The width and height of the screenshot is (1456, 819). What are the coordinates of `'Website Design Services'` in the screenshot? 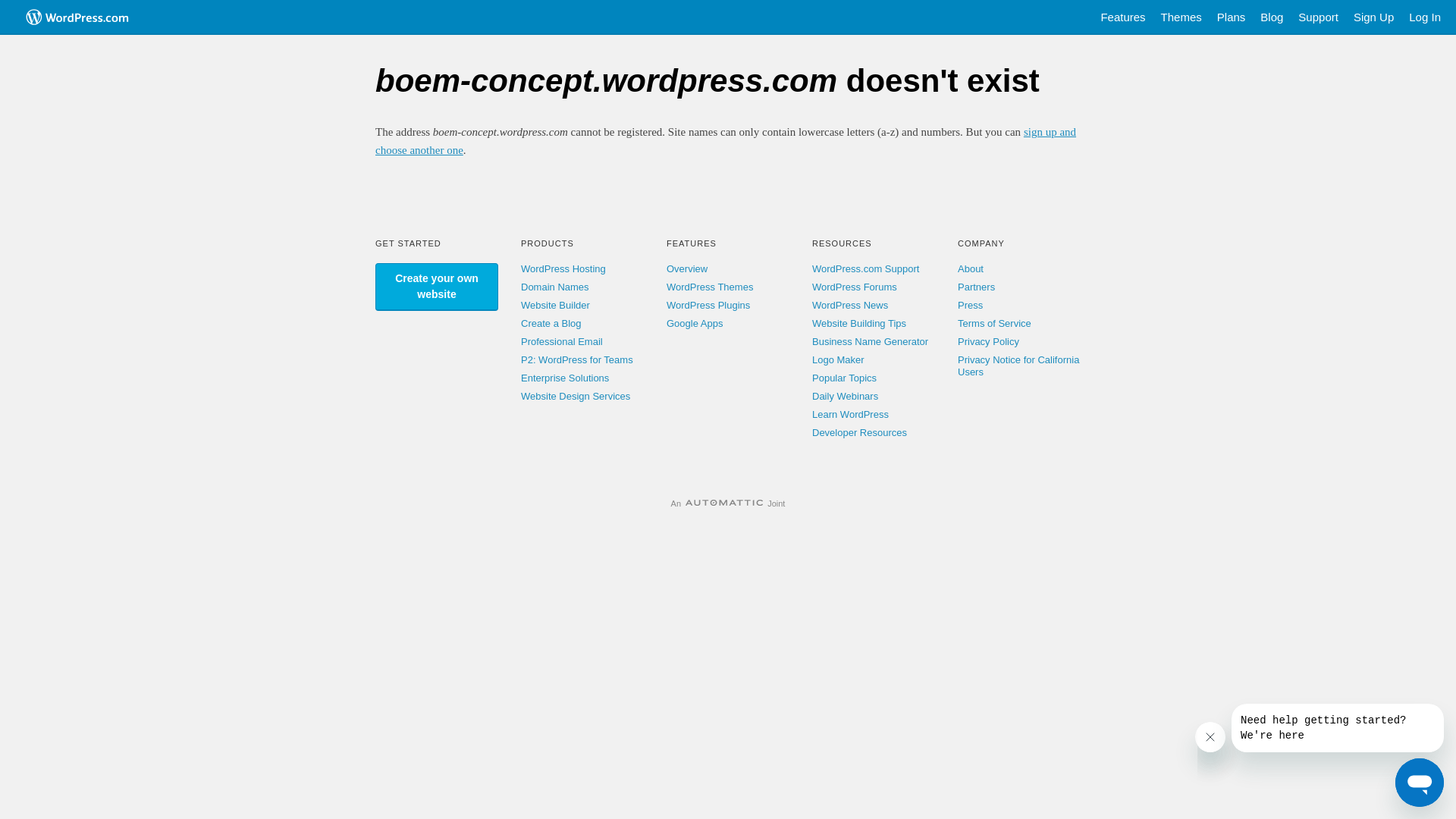 It's located at (574, 395).